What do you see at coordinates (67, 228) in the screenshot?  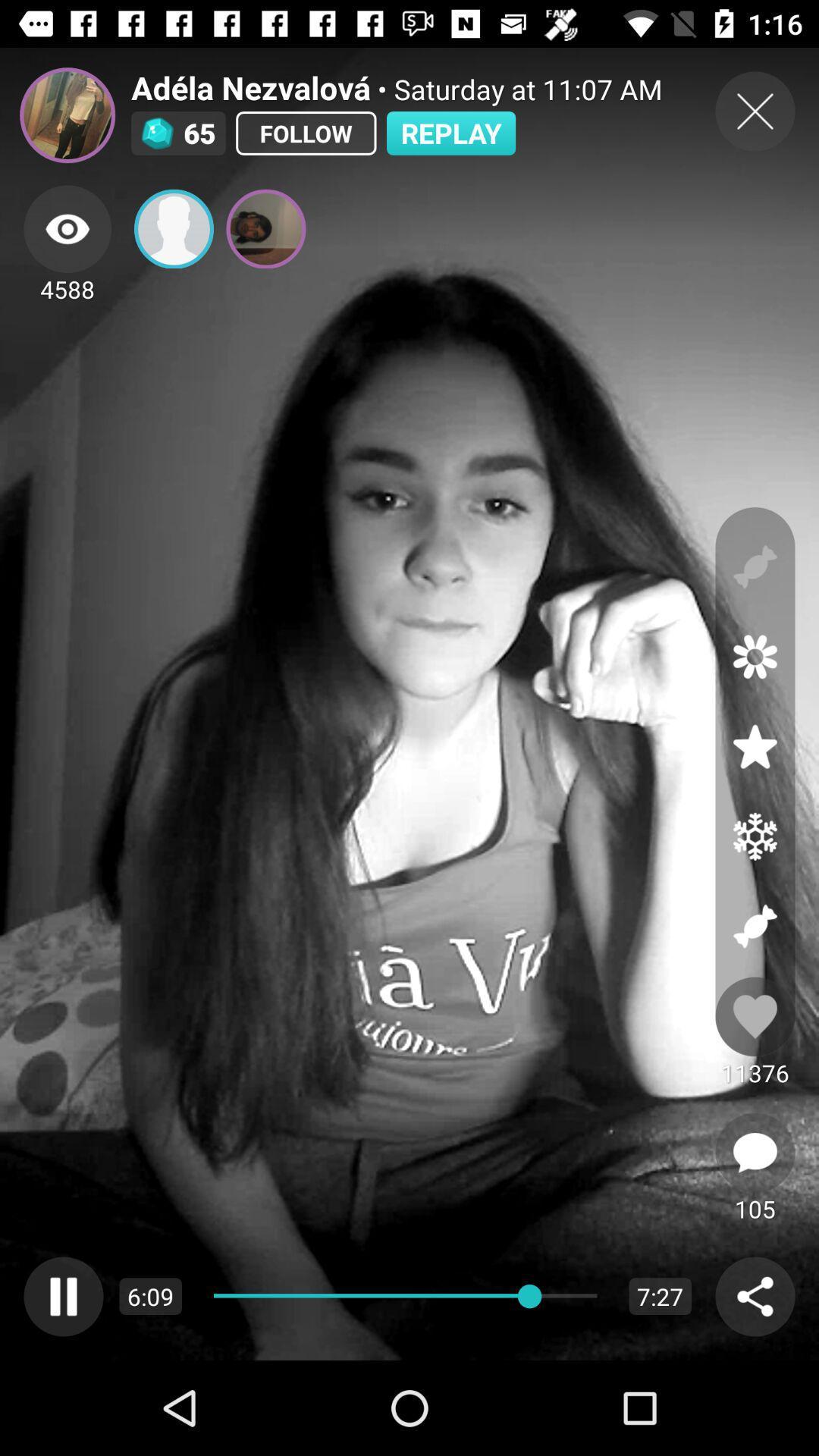 I see `views option` at bounding box center [67, 228].